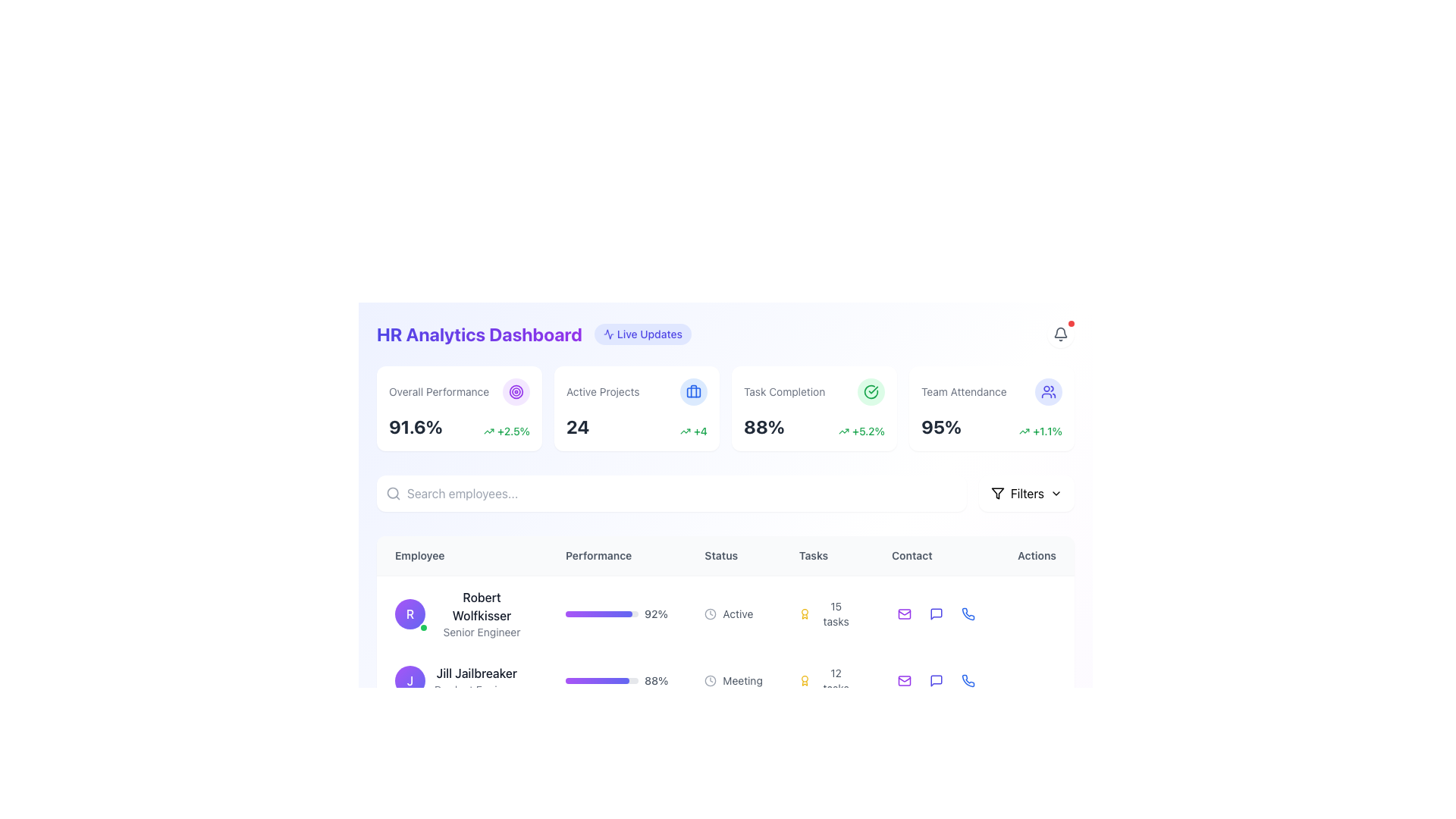 The height and width of the screenshot is (819, 1456). Describe the element at coordinates (597, 680) in the screenshot. I see `the Progress bar in the second row of the performance section of the dashboard, which represents a performance metric visually through its length and color gradient` at that location.